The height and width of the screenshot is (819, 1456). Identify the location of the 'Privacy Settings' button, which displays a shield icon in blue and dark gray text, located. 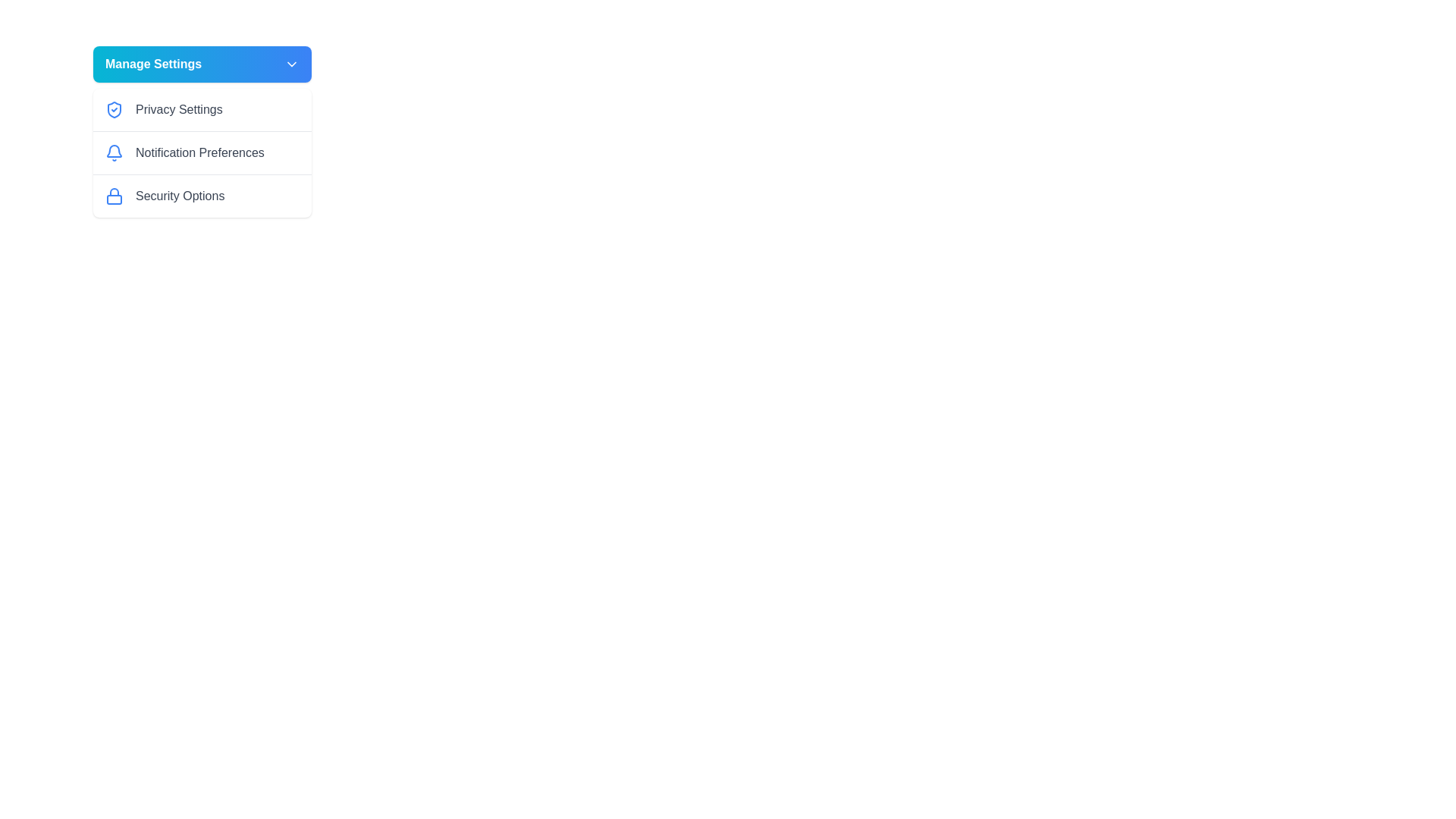
(202, 109).